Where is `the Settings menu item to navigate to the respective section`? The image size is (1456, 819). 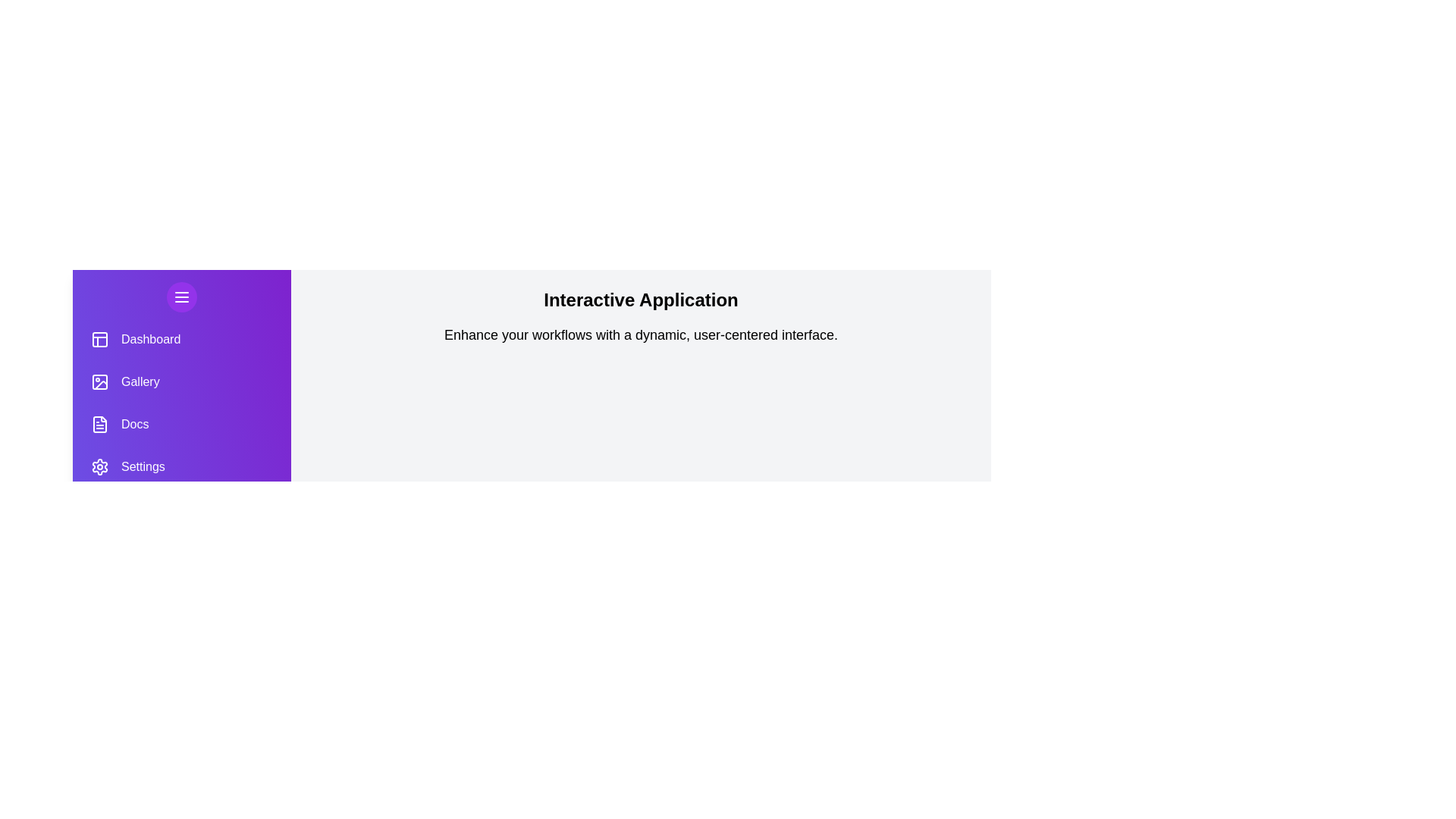
the Settings menu item to navigate to the respective section is located at coordinates (182, 466).